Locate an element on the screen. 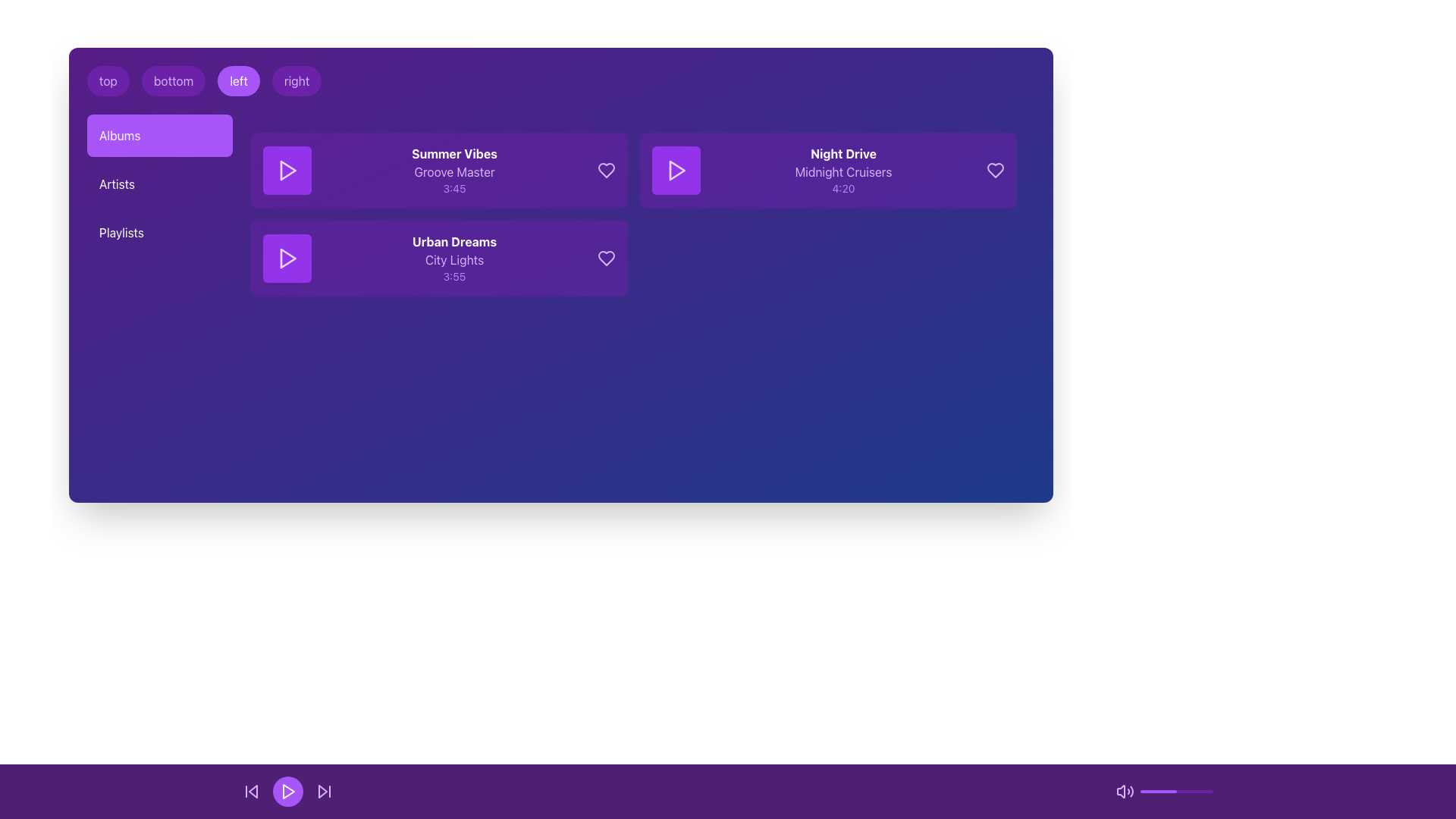 This screenshot has width=1456, height=819. the text block displaying 'Urban Dreams', 'City Lights', and '3:55' on a vibrant purple background, located within the second block of music tracks is located at coordinates (453, 257).